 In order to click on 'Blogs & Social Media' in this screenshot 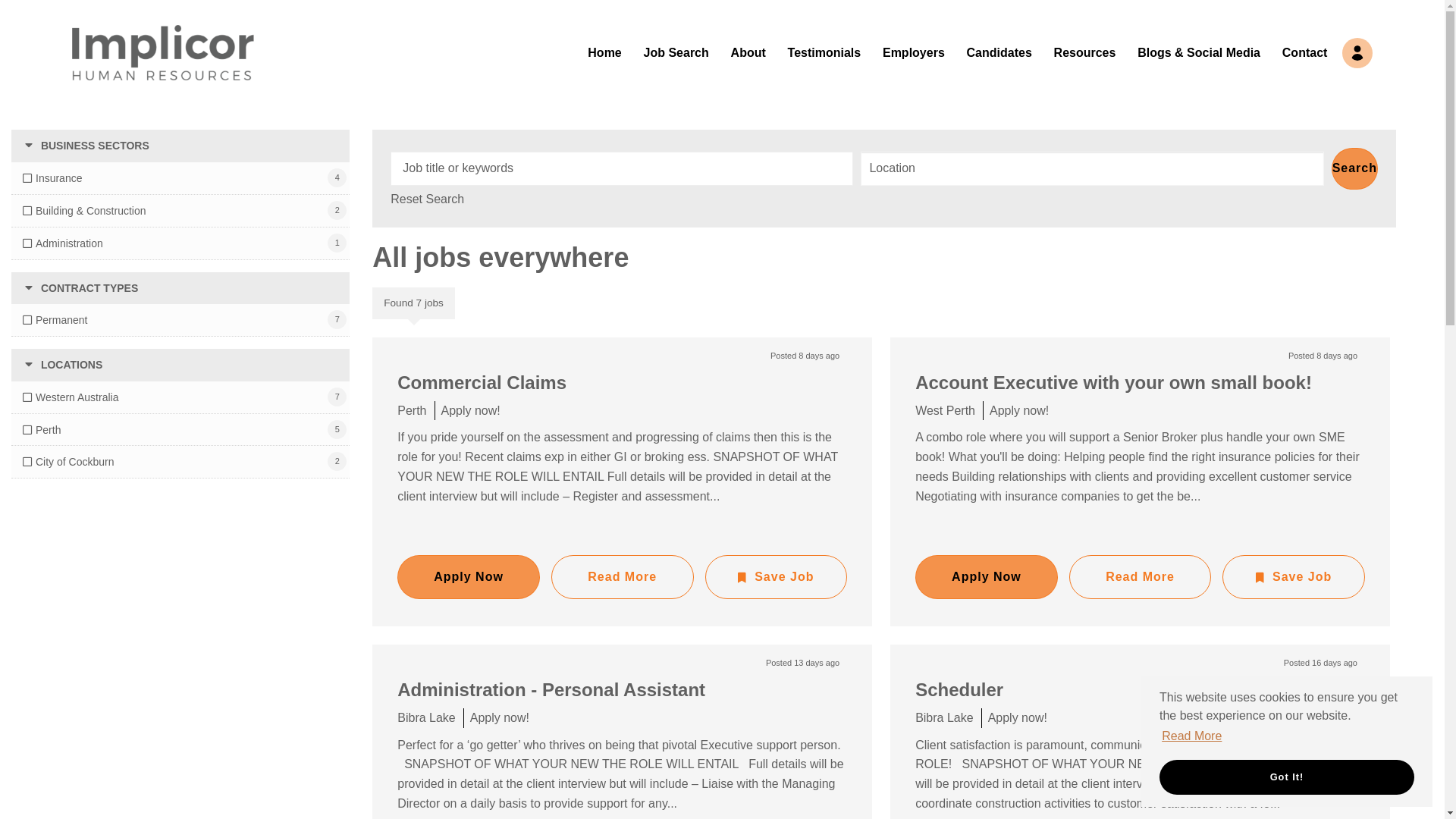, I will do `click(1197, 52)`.